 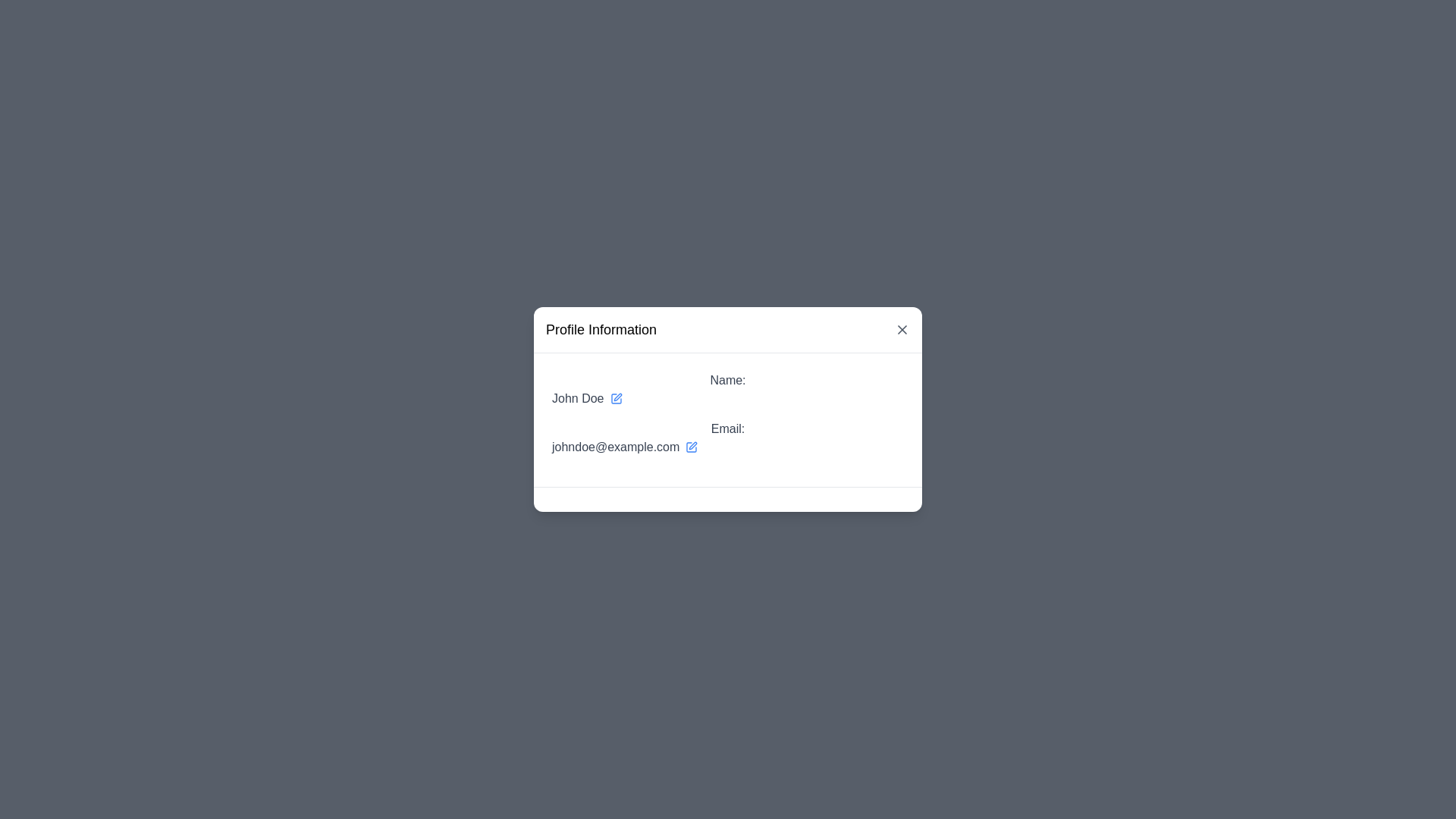 I want to click on the close button located in the top-right corner of the 'Profile Information' card, so click(x=902, y=329).